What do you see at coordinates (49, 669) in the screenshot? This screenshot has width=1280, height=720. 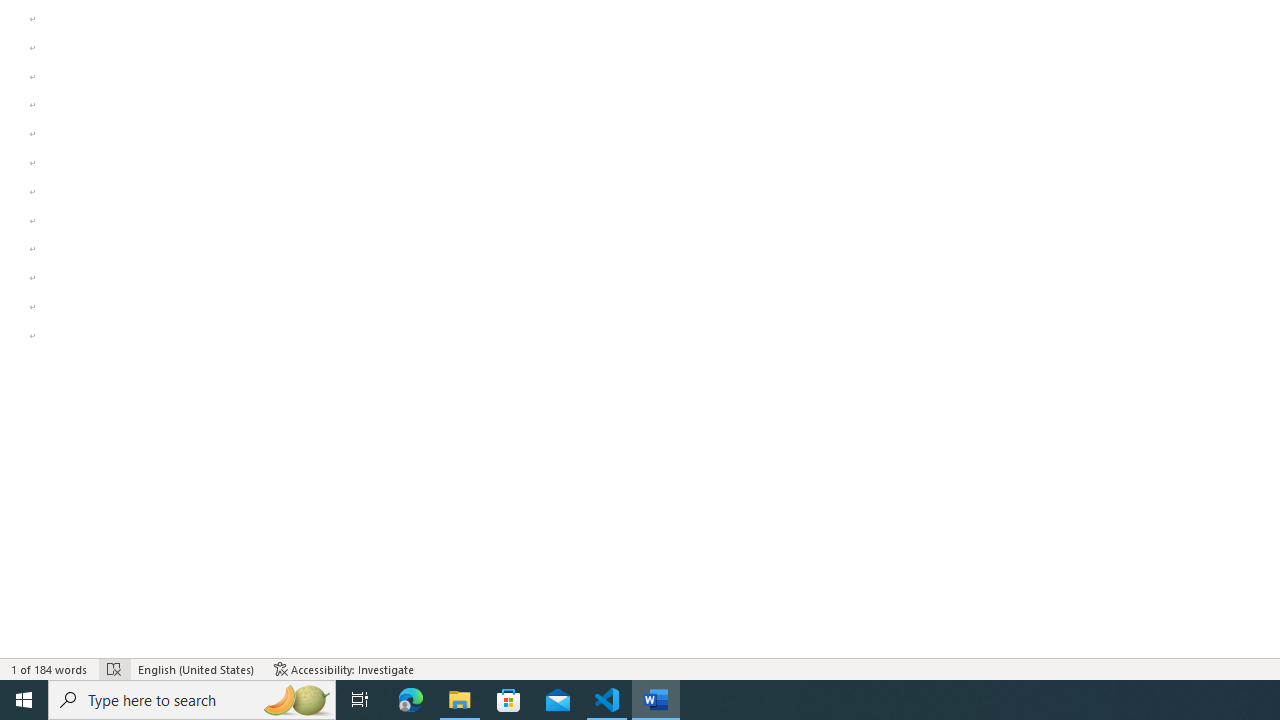 I see `'Word Count 1 of 184 words'` at bounding box center [49, 669].